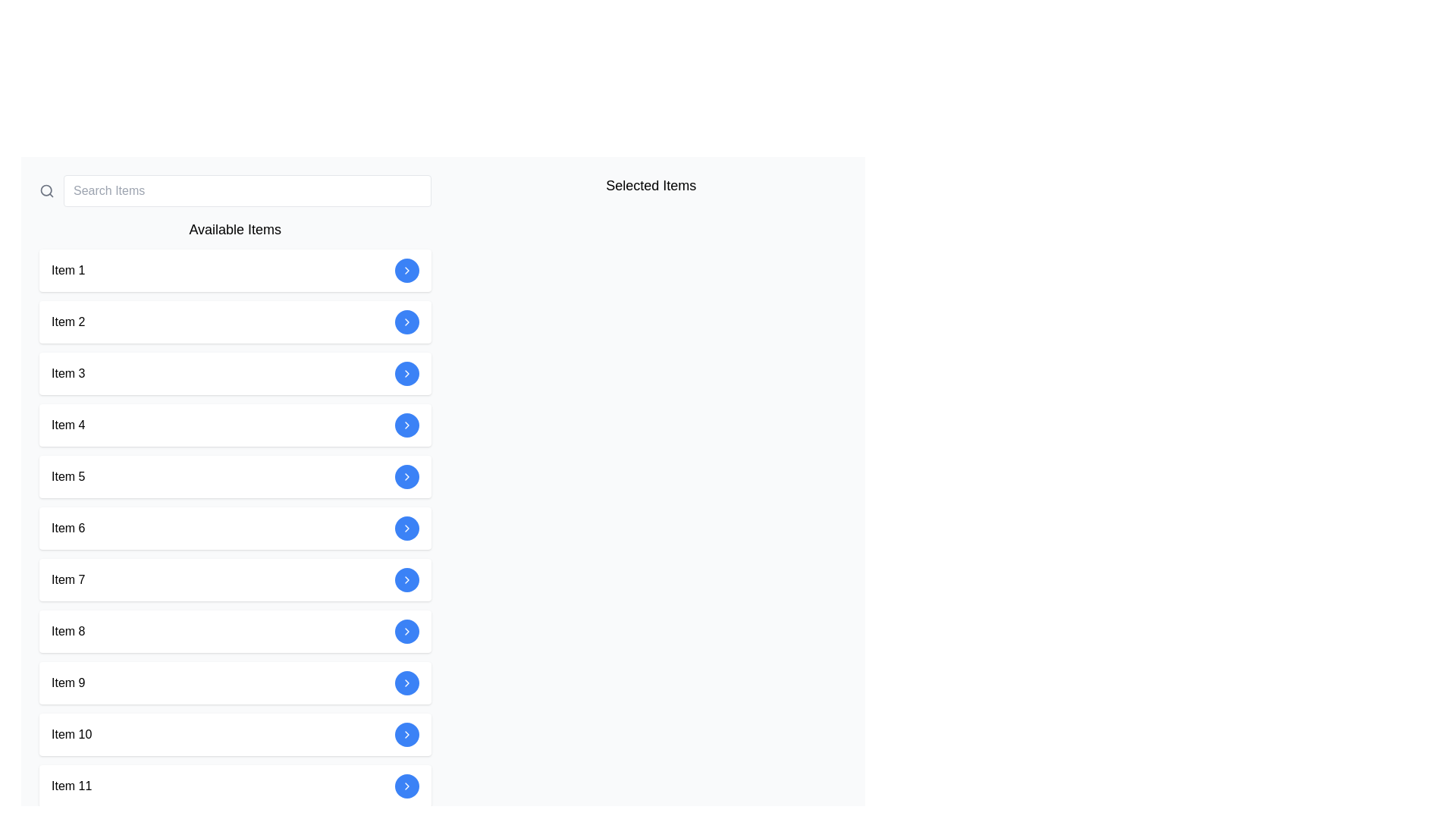  I want to click on the 'Available Items' text label, which is displayed in a bold and slightly larger font, centrally positioned below the search bar and above a list of selectable items, so click(234, 230).